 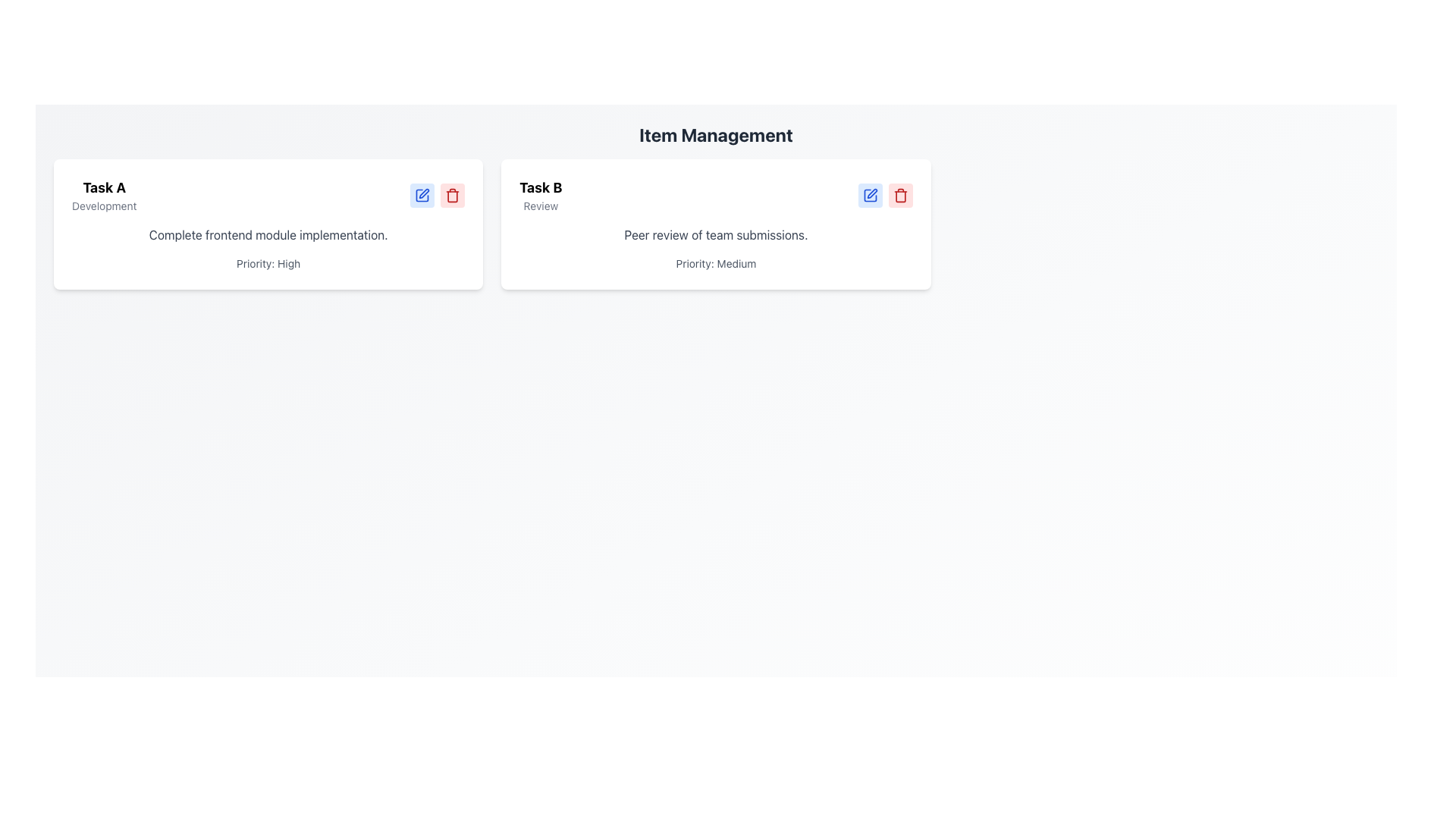 What do you see at coordinates (541, 195) in the screenshot?
I see `the Text Display Component that contains the bold 'Task B' and the smaller gray 'Review' text, located in the top-left corner of the second item card on the right in the task management grid` at bounding box center [541, 195].